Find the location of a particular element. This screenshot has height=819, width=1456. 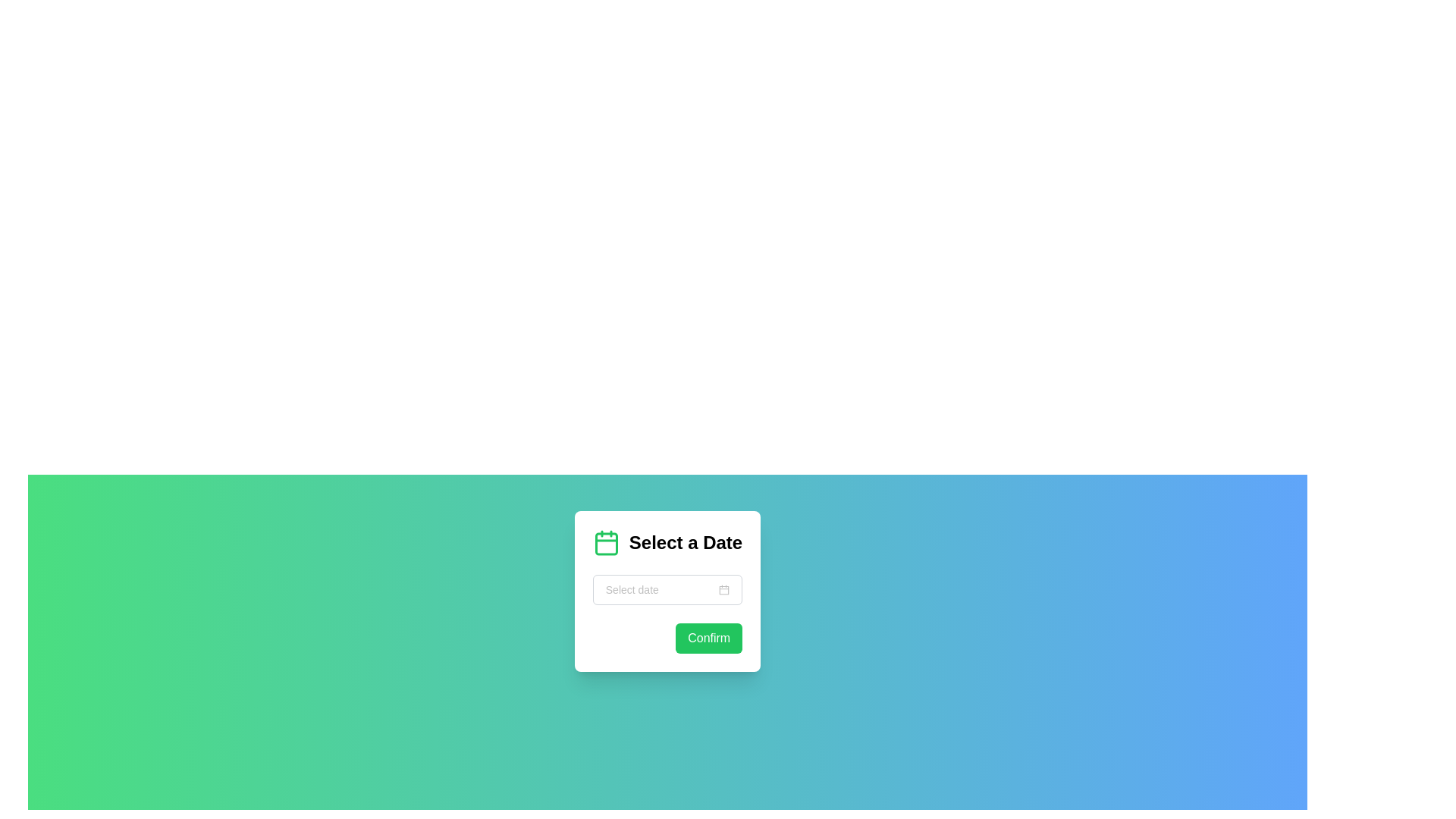

the green rounded rectangle located centrally within the calendar icon, which is the third component in the SVG representation is located at coordinates (605, 543).